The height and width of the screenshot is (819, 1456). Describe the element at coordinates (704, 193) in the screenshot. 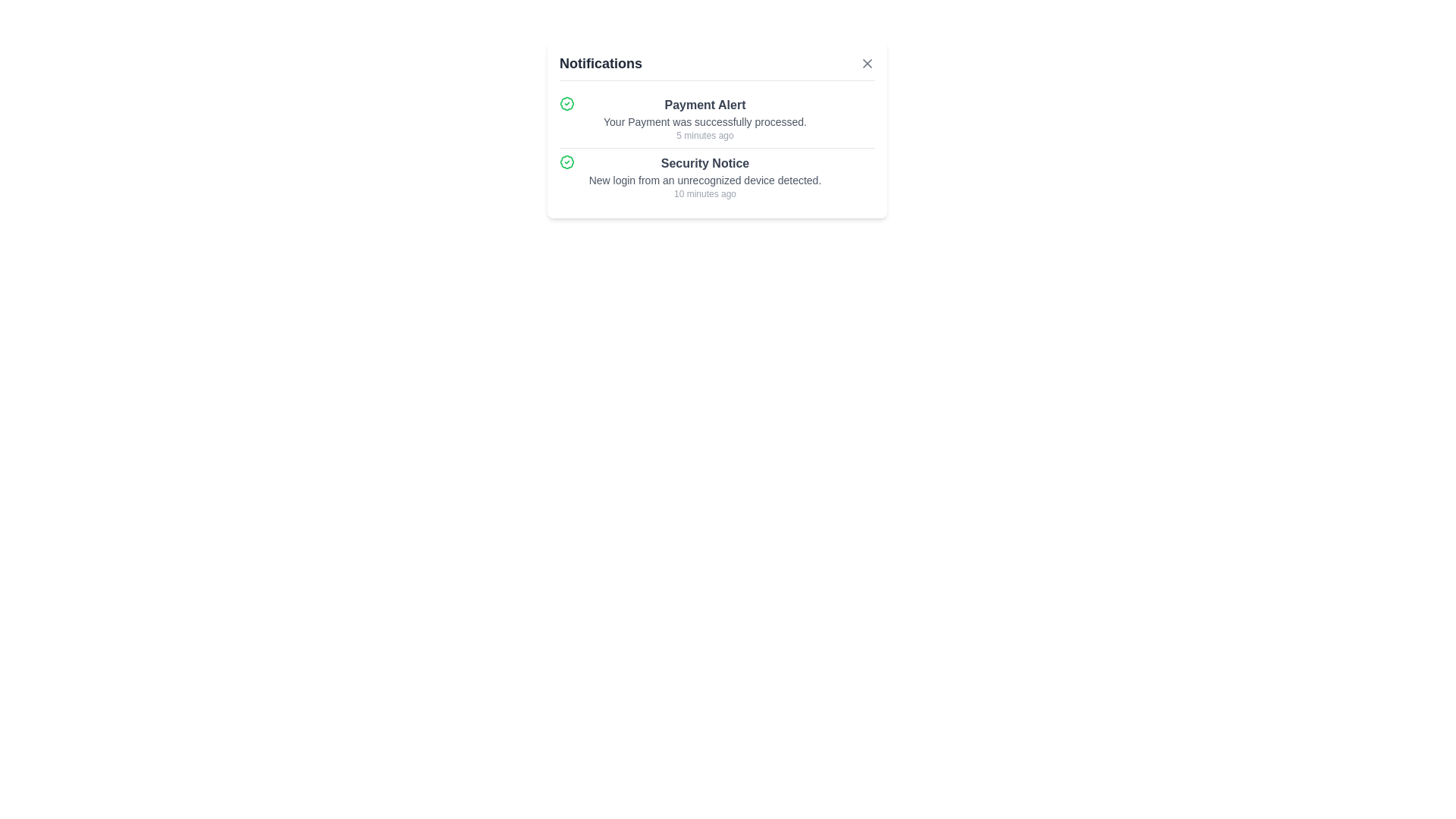

I see `text content of the text label displaying '10 minutes ago', which is styled in light gray and positioned within the notification entry titled 'Security Notice'` at that location.